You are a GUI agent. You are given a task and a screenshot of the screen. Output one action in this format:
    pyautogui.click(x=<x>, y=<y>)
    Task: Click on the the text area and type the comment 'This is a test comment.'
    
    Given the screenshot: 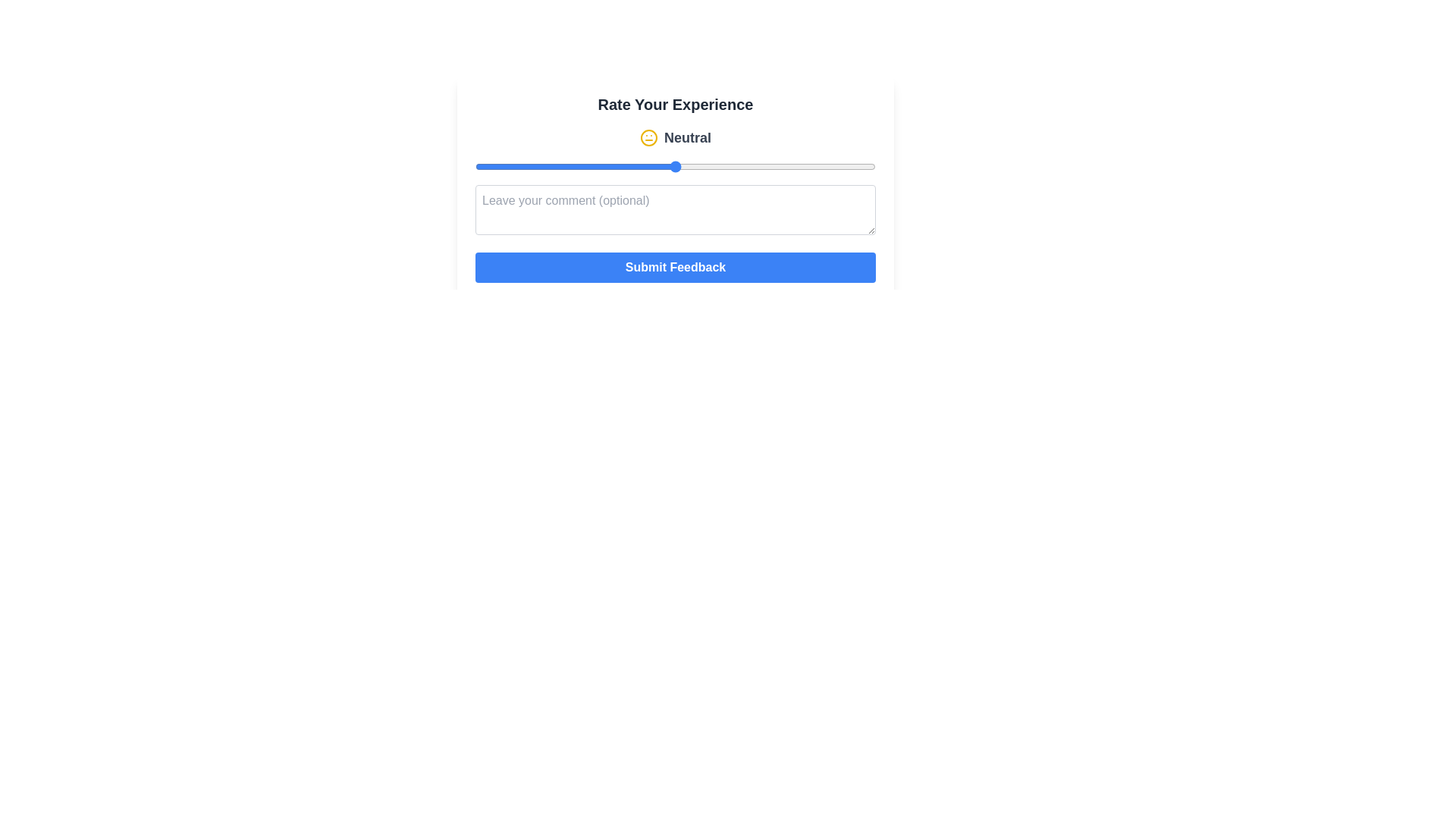 What is the action you would take?
    pyautogui.click(x=675, y=210)
    